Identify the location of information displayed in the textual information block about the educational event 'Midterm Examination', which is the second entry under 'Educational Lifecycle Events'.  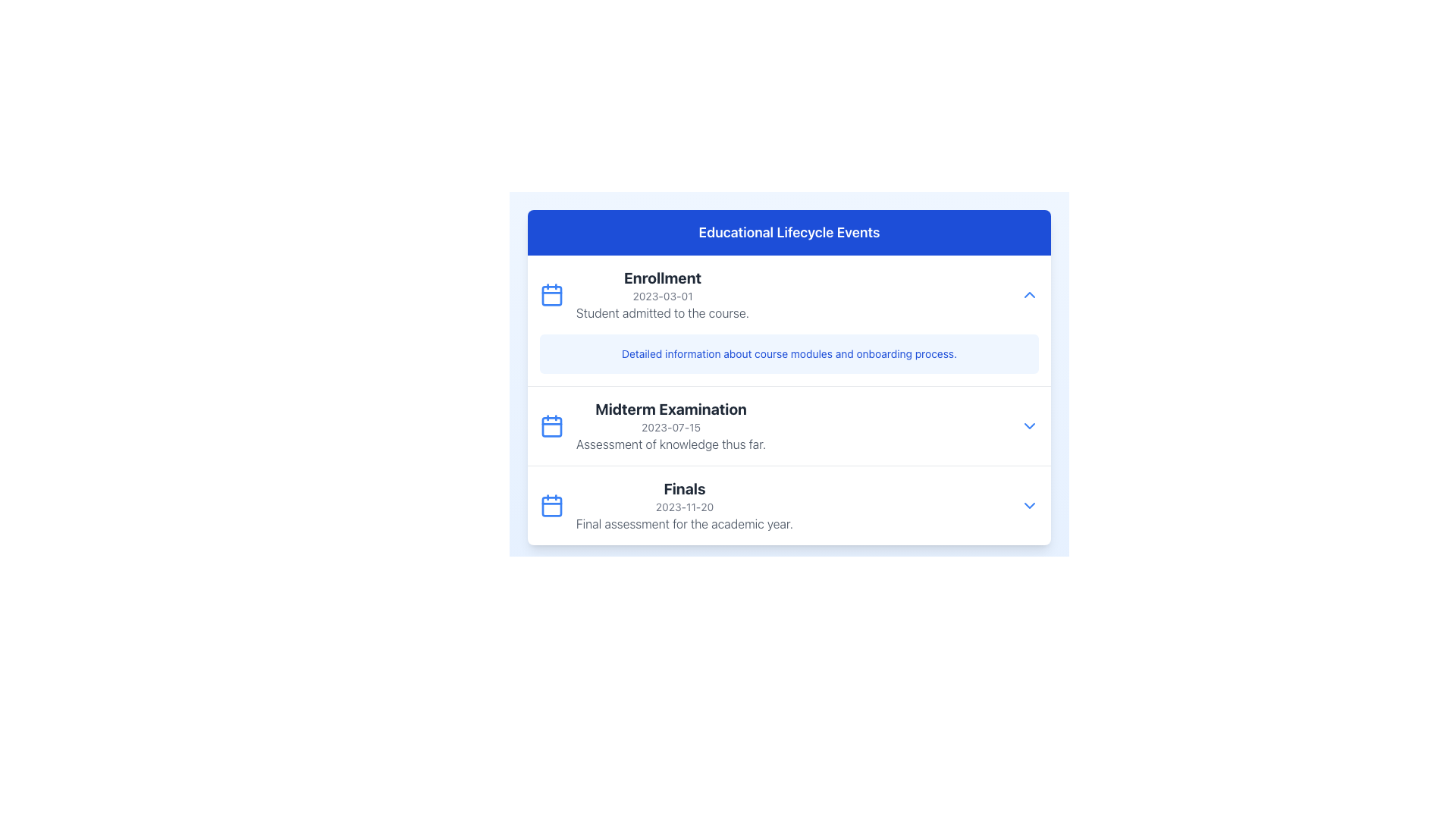
(670, 426).